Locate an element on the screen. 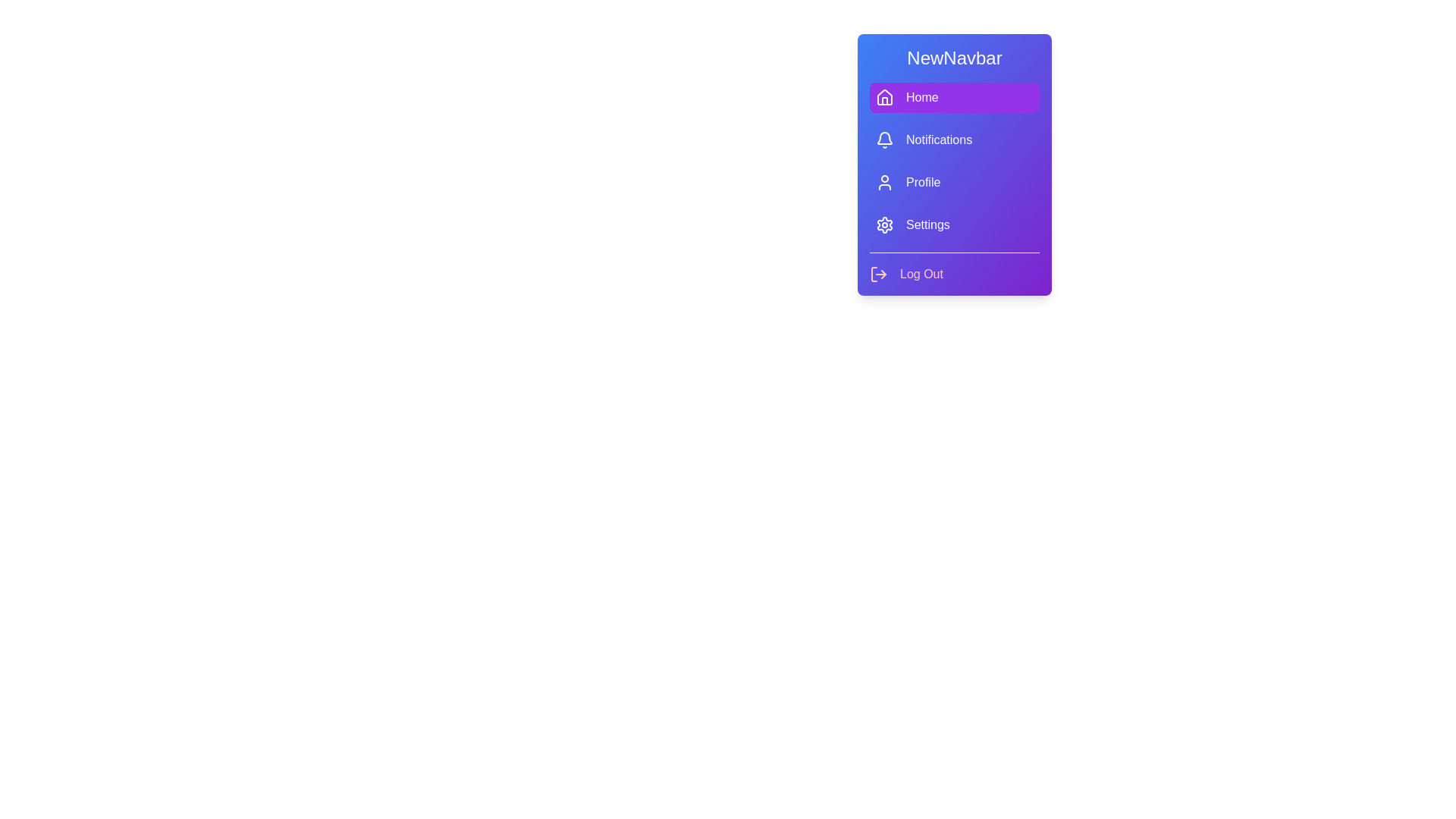  the 'Log Out' button, which is a red button with a right-pointing arrow icon, located at the bottom of the menu, to trigger its hover effect that changes the text color to a deeper red is located at coordinates (906, 275).